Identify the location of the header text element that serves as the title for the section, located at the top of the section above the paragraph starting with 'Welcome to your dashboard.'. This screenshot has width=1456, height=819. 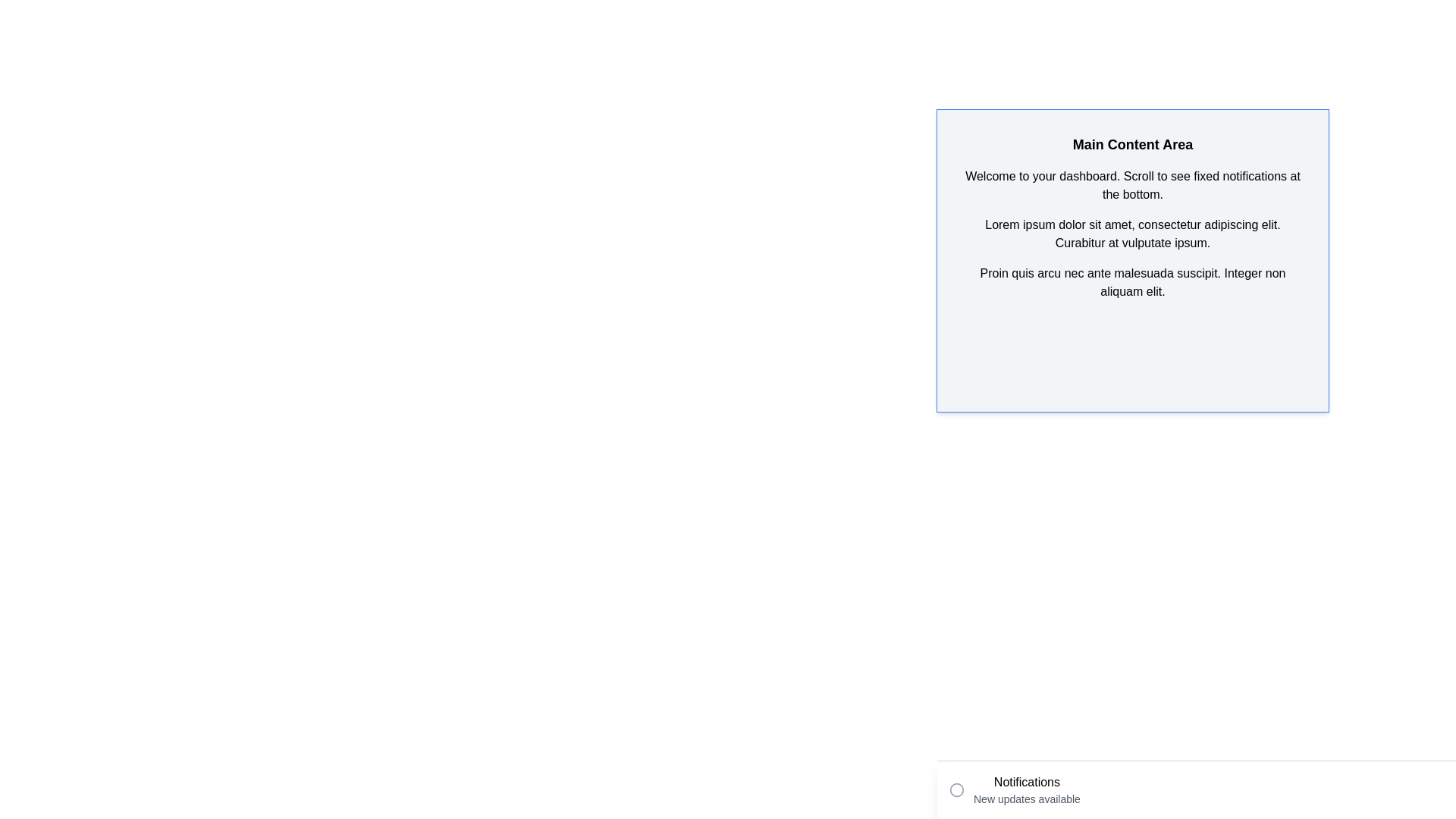
(1132, 145).